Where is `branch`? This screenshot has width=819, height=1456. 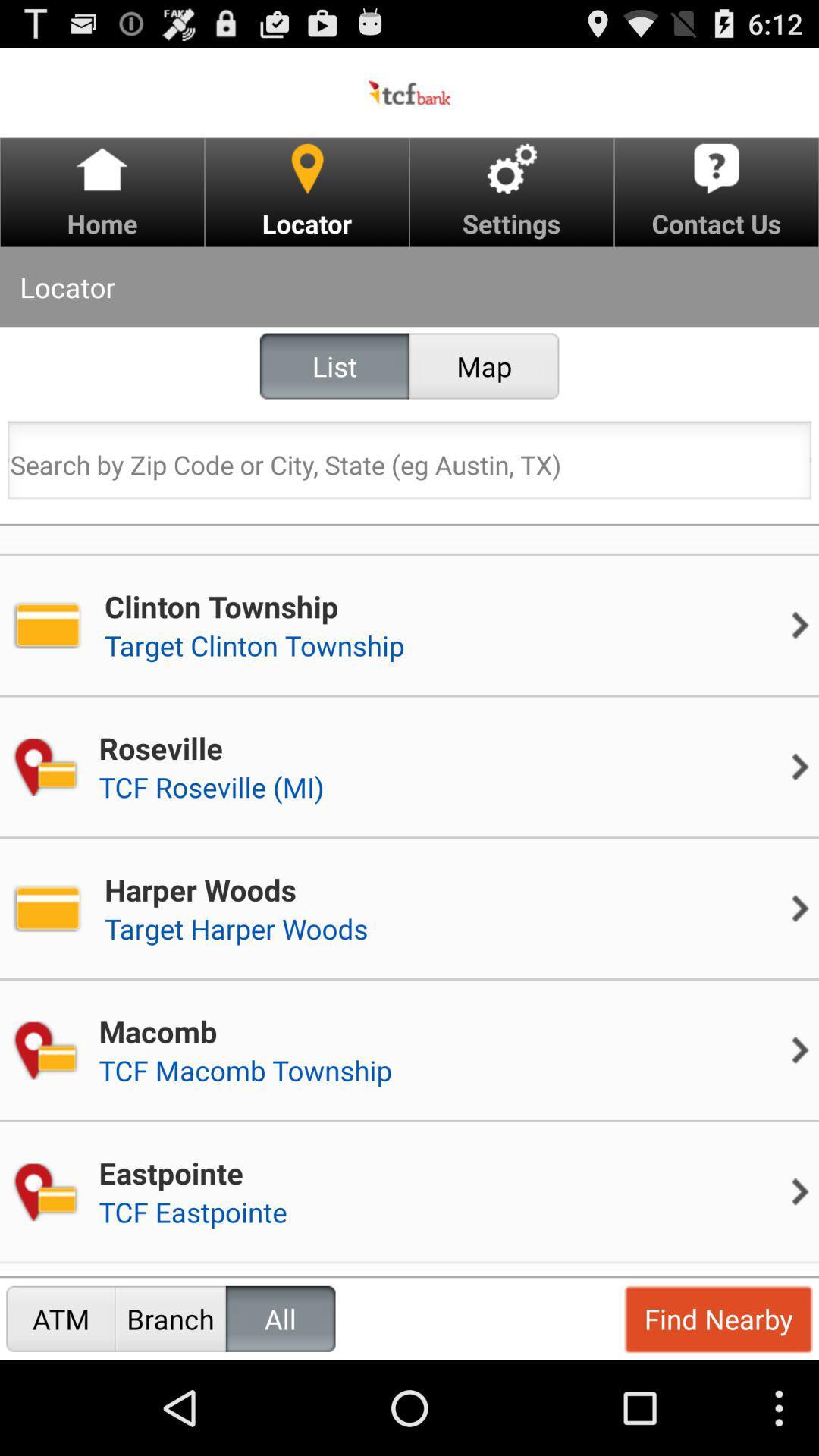
branch is located at coordinates (171, 1318).